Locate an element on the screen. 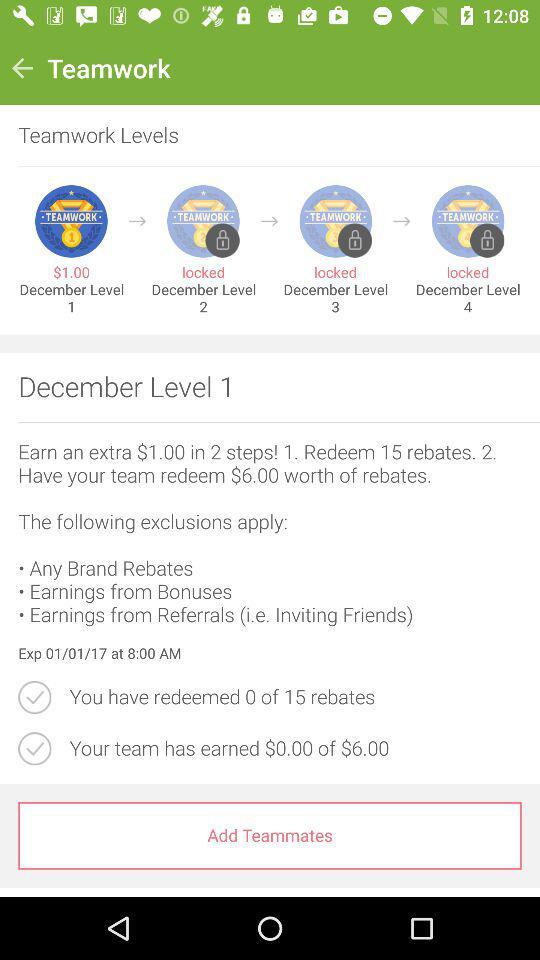  the icon next to the teamwork icon is located at coordinates (21, 68).